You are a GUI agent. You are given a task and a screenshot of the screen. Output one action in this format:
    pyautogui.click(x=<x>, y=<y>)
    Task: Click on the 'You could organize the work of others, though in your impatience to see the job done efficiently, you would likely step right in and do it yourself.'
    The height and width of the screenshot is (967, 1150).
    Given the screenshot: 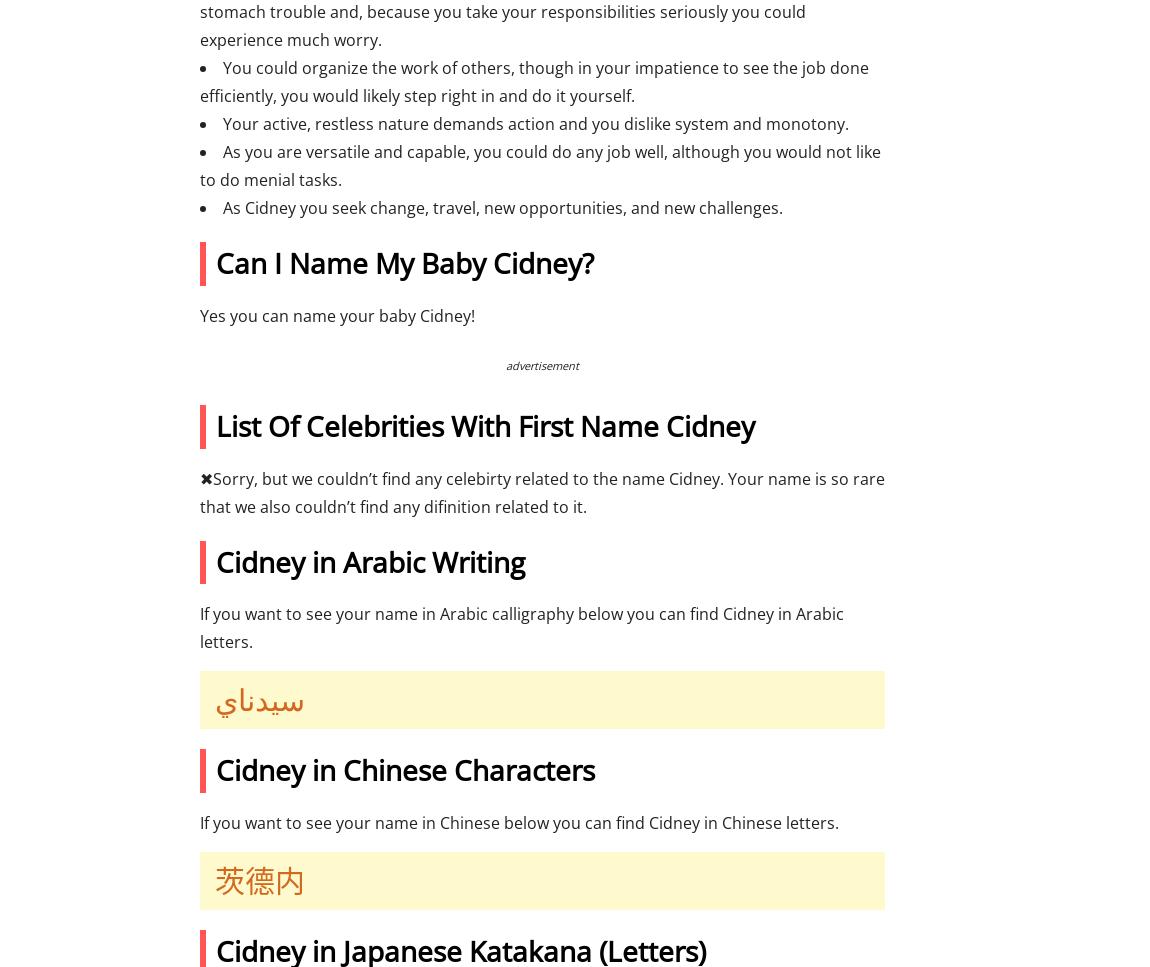 What is the action you would take?
    pyautogui.click(x=534, y=82)
    